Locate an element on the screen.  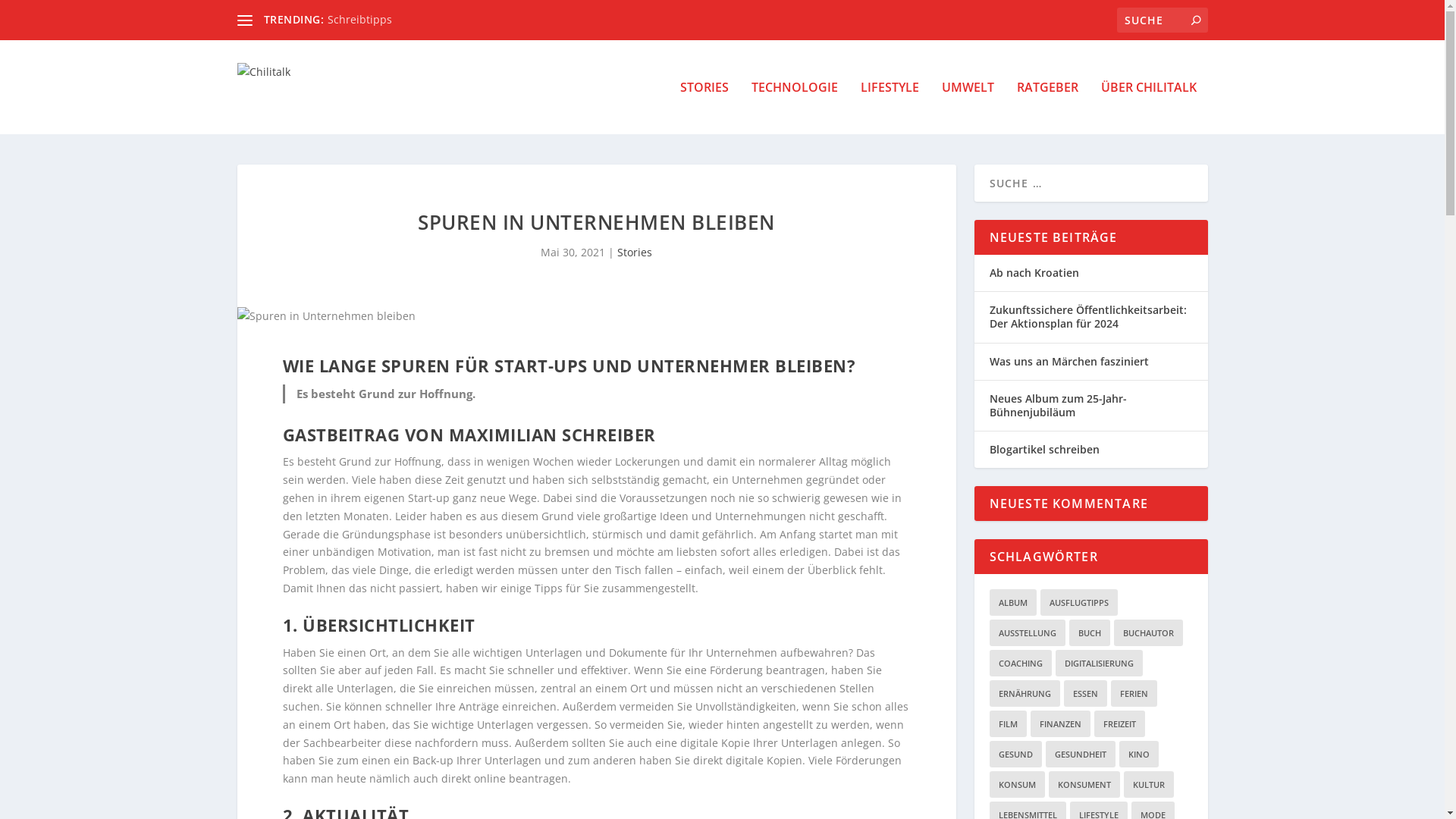
'GESUNDHEIT' is located at coordinates (1079, 754).